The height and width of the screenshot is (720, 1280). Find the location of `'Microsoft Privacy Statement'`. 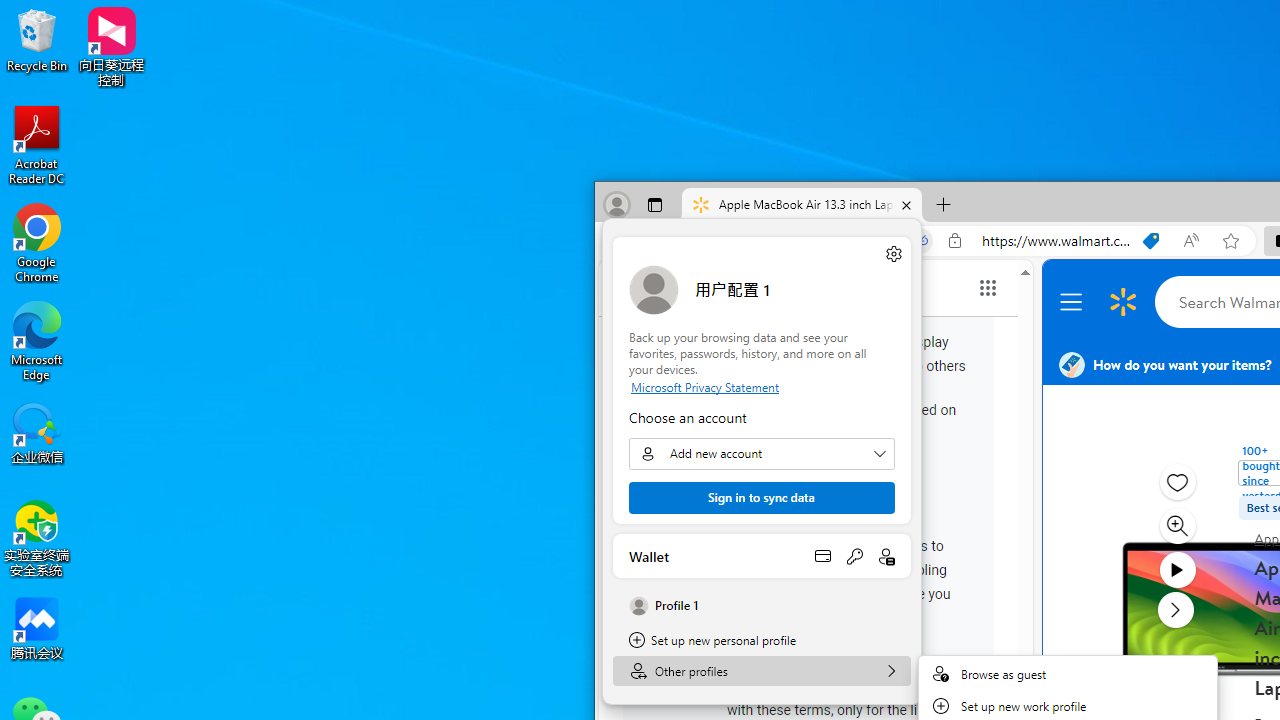

'Microsoft Privacy Statement' is located at coordinates (760, 387).